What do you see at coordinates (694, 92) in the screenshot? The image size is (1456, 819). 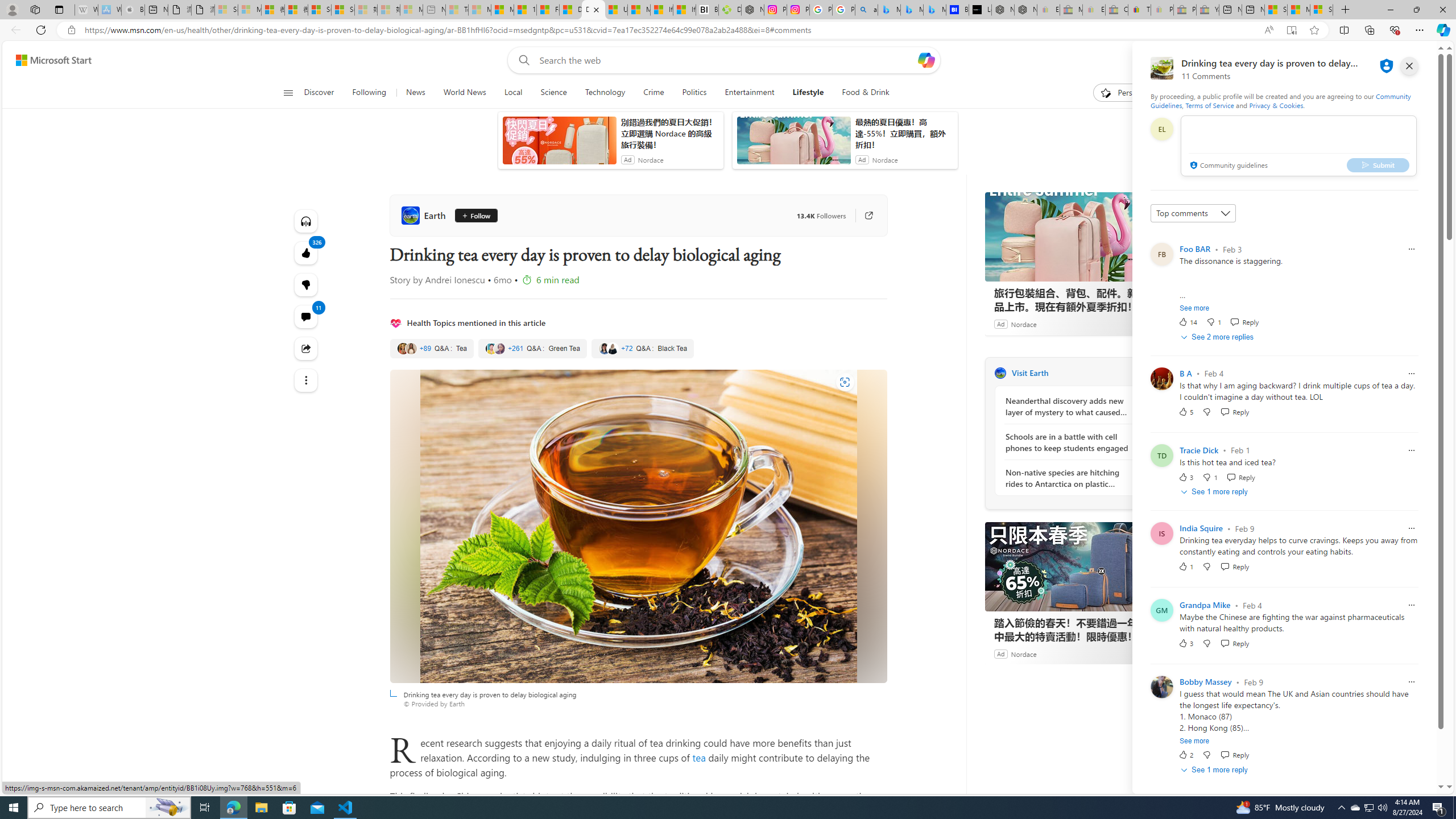 I see `'Politics'` at bounding box center [694, 92].